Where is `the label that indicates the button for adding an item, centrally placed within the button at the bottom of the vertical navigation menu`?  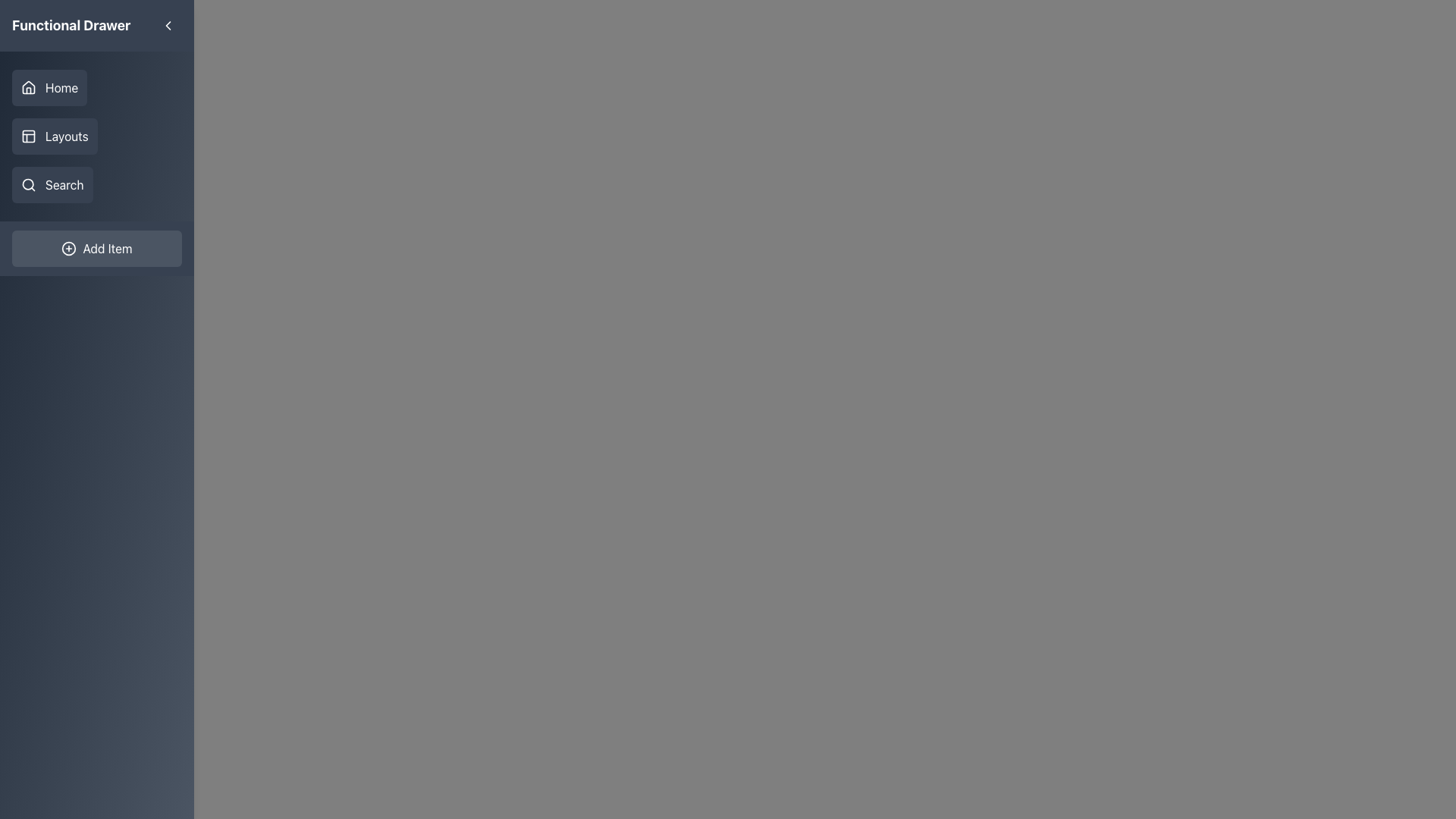 the label that indicates the button for adding an item, centrally placed within the button at the bottom of the vertical navigation menu is located at coordinates (107, 247).